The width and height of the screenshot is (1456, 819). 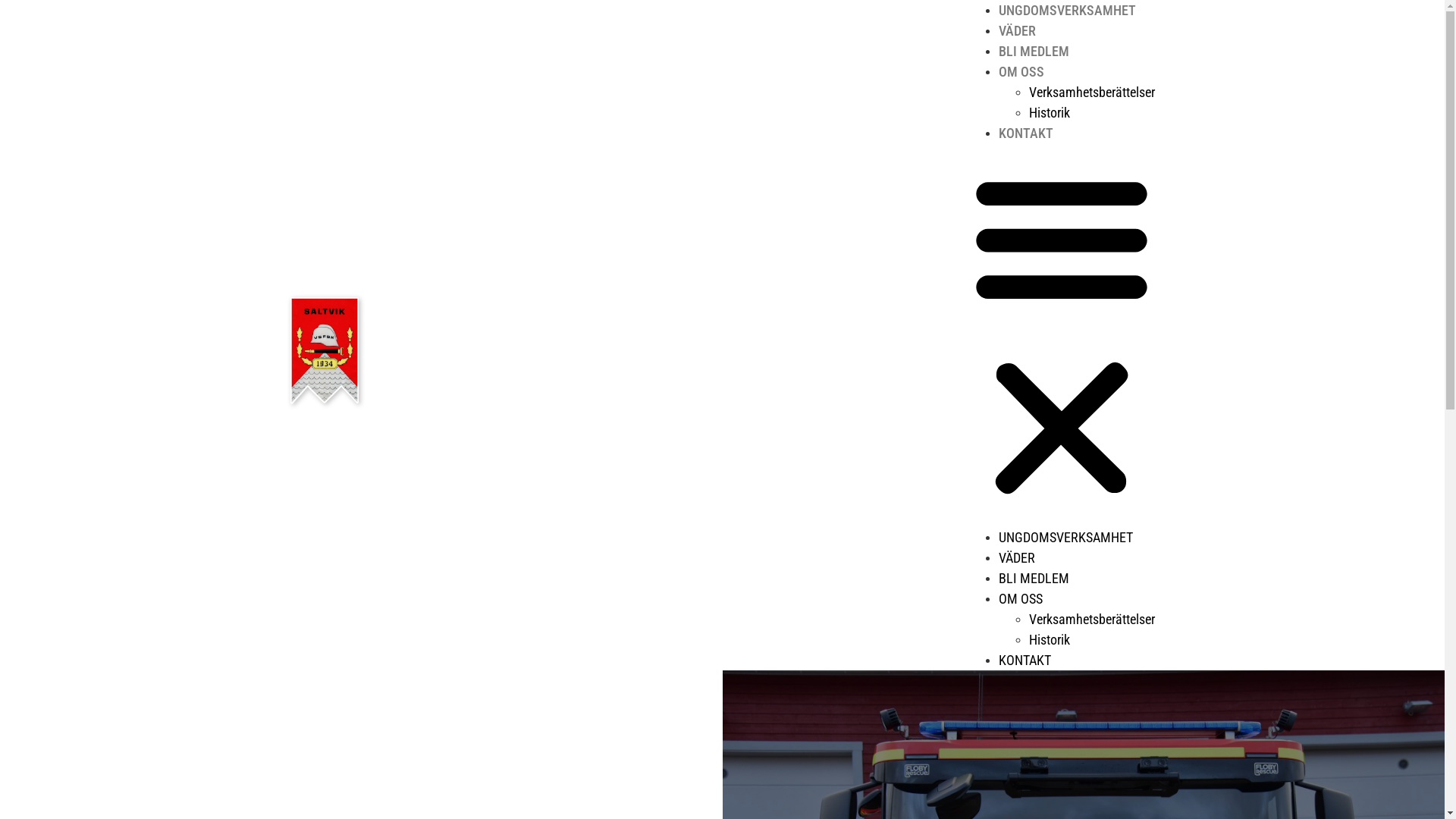 What do you see at coordinates (1047, 639) in the screenshot?
I see `'Historik'` at bounding box center [1047, 639].